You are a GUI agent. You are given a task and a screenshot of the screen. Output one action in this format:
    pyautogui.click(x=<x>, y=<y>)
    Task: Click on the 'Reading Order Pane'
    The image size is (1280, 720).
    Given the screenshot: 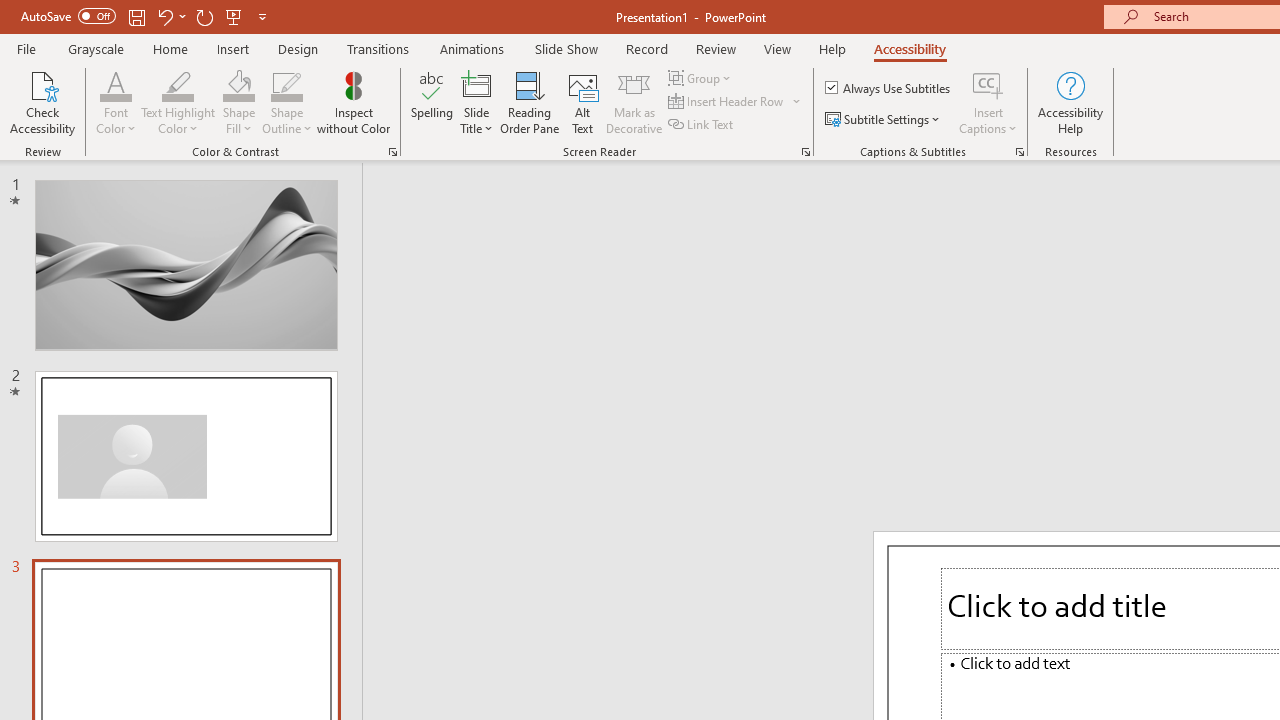 What is the action you would take?
    pyautogui.click(x=529, y=103)
    